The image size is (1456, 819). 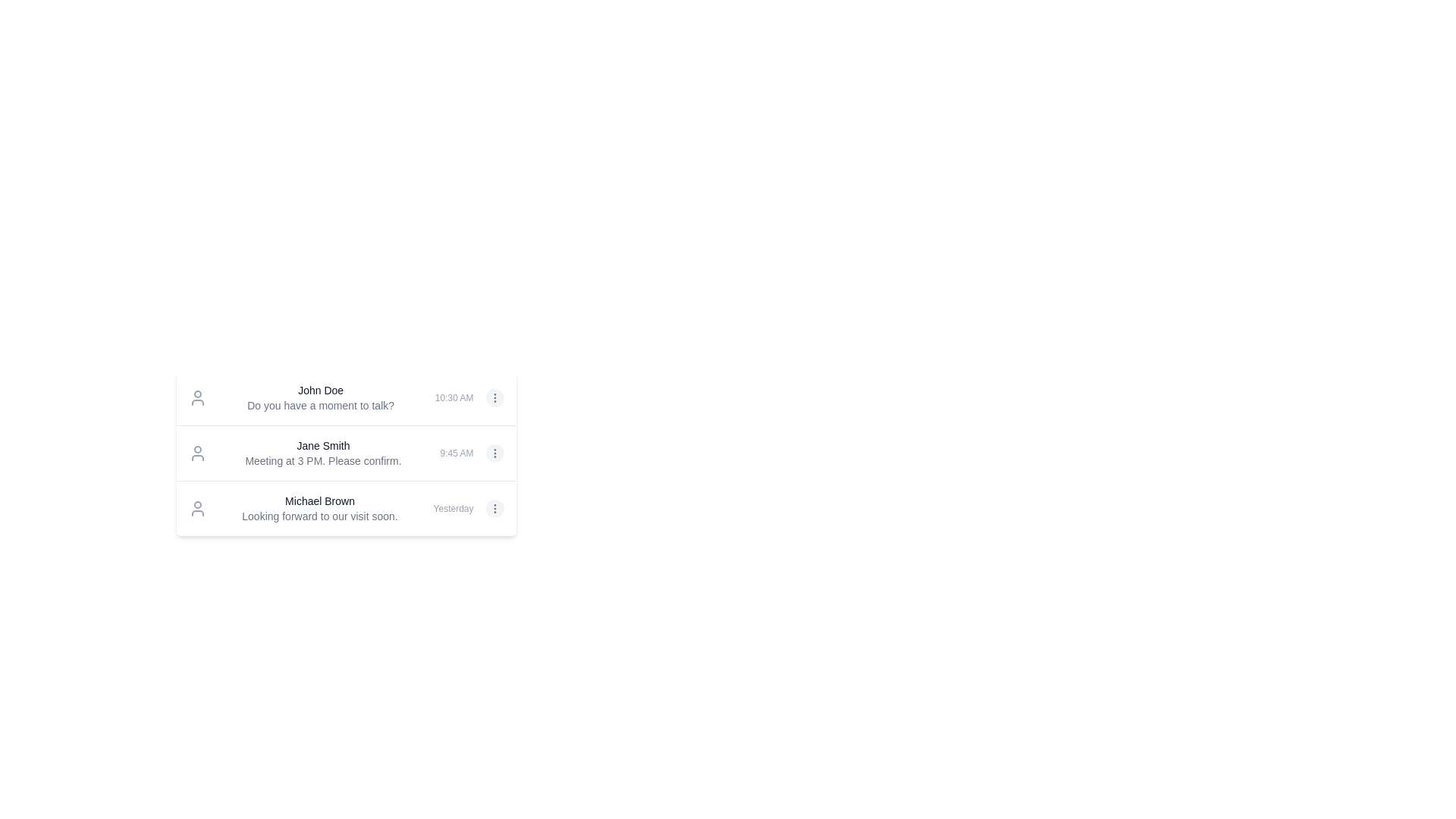 I want to click on the Text Display element representing a message from user 'Michael Brown' located in the third position of the message list, so click(x=319, y=509).